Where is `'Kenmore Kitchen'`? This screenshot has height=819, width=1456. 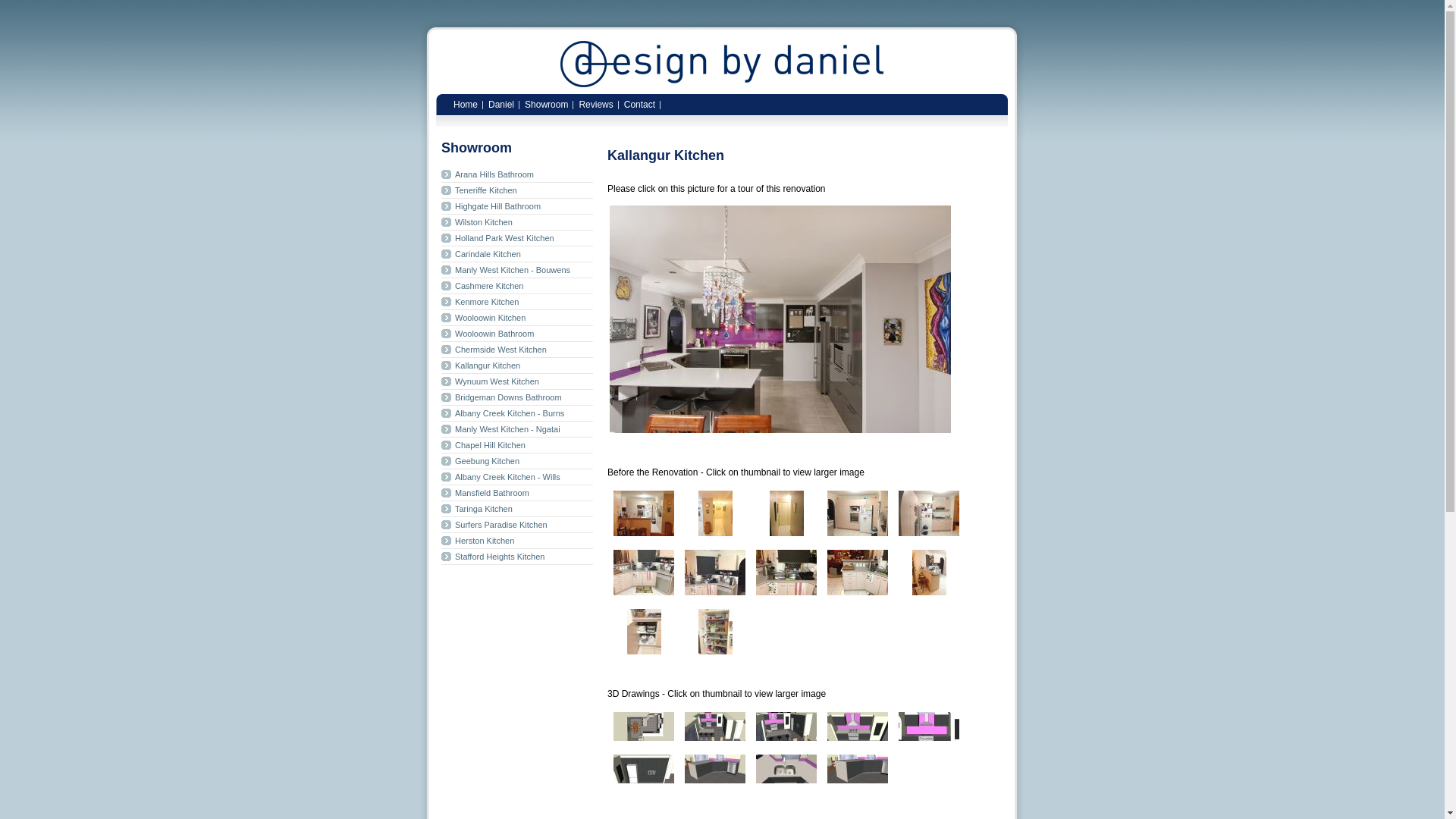 'Kenmore Kitchen' is located at coordinates (516, 302).